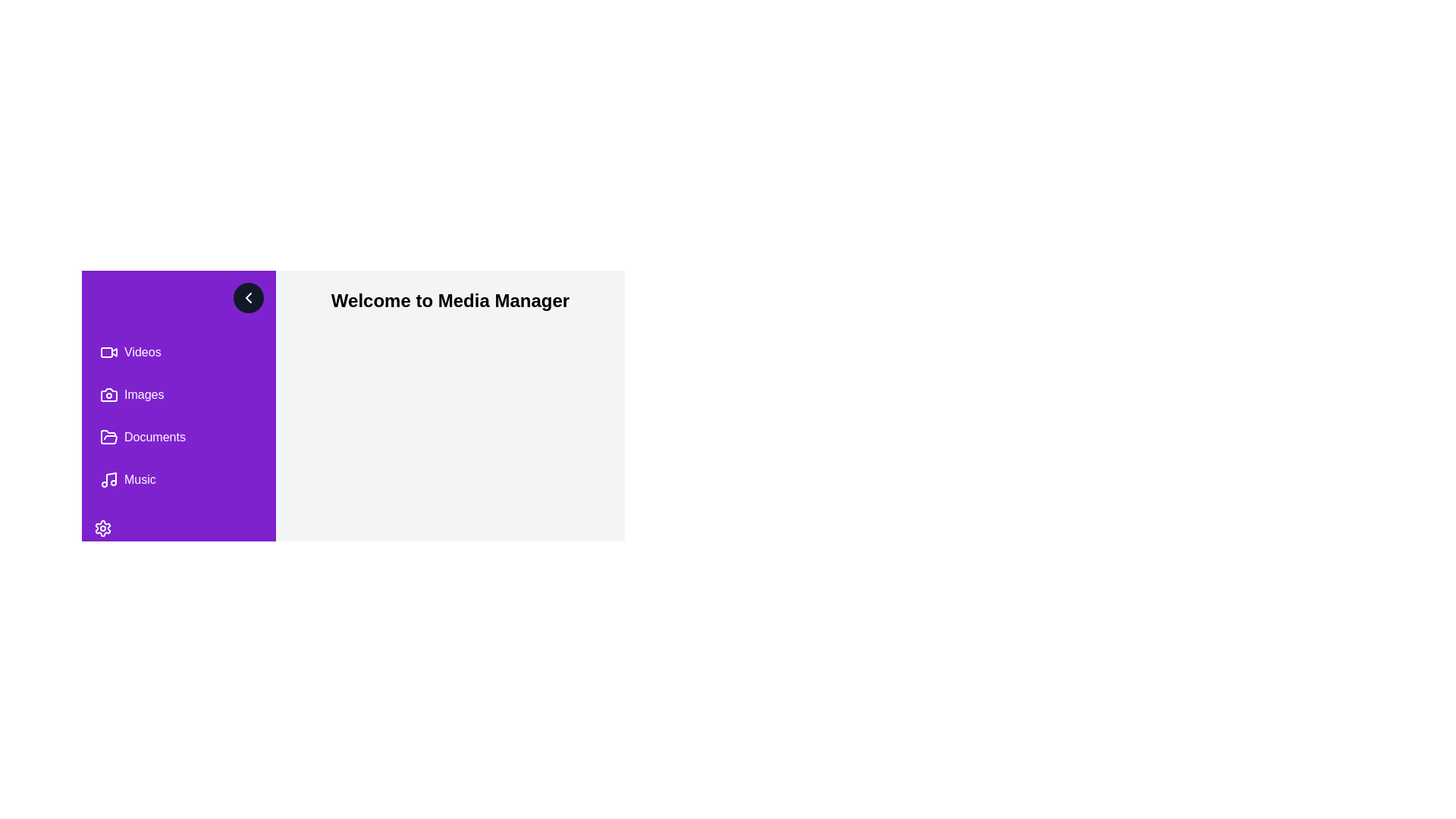 The height and width of the screenshot is (819, 1456). Describe the element at coordinates (102, 528) in the screenshot. I see `the settings button to open the settings menu` at that location.